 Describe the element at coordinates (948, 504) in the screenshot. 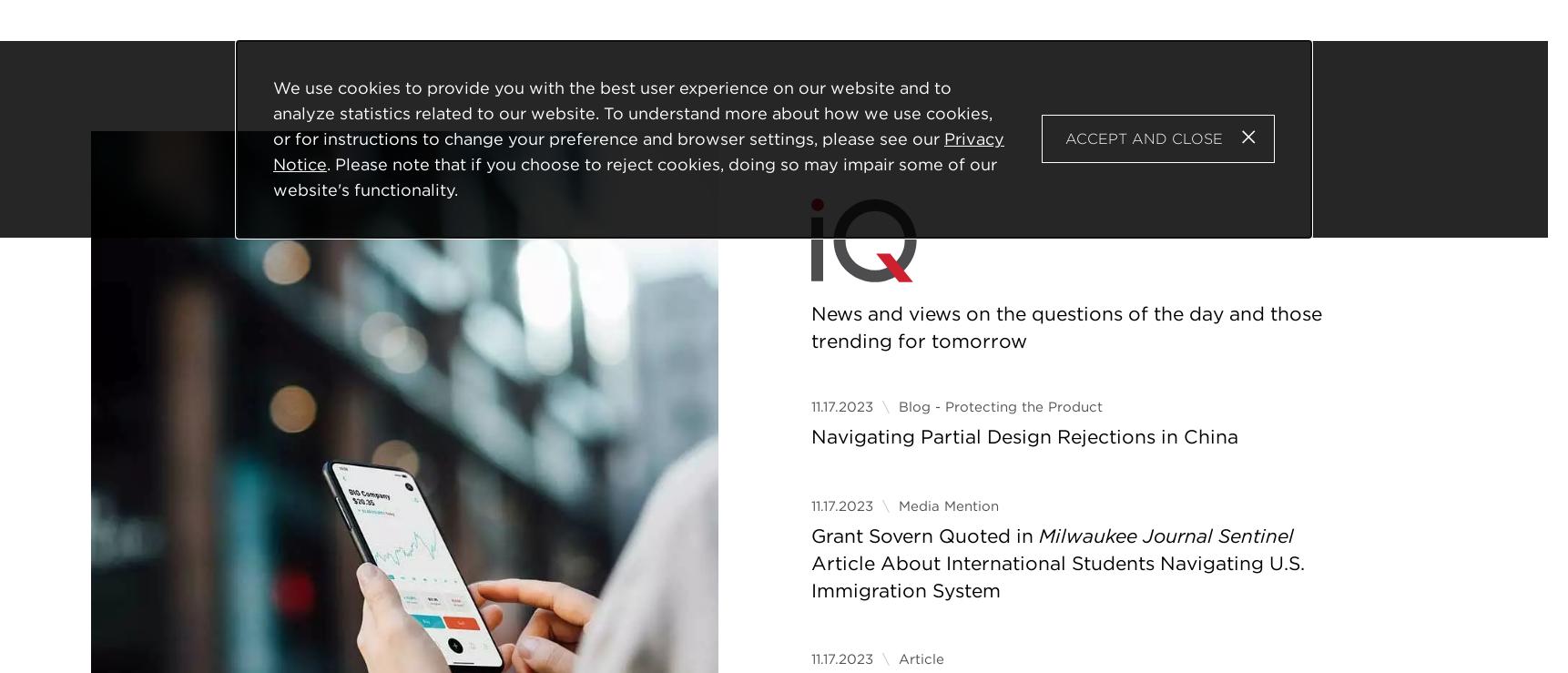

I see `'Media Mention'` at that location.